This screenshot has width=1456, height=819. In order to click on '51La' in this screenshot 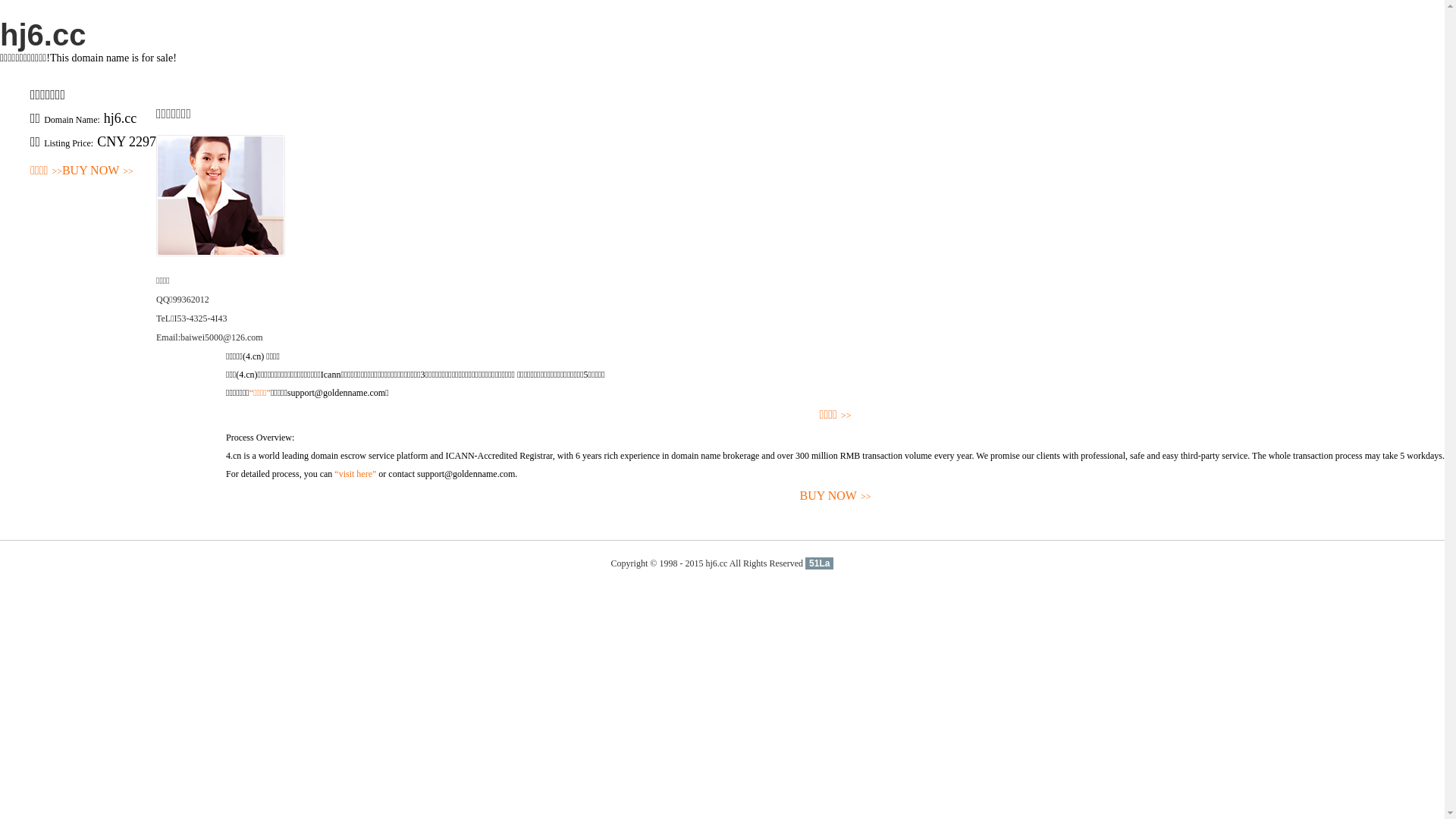, I will do `click(818, 563)`.